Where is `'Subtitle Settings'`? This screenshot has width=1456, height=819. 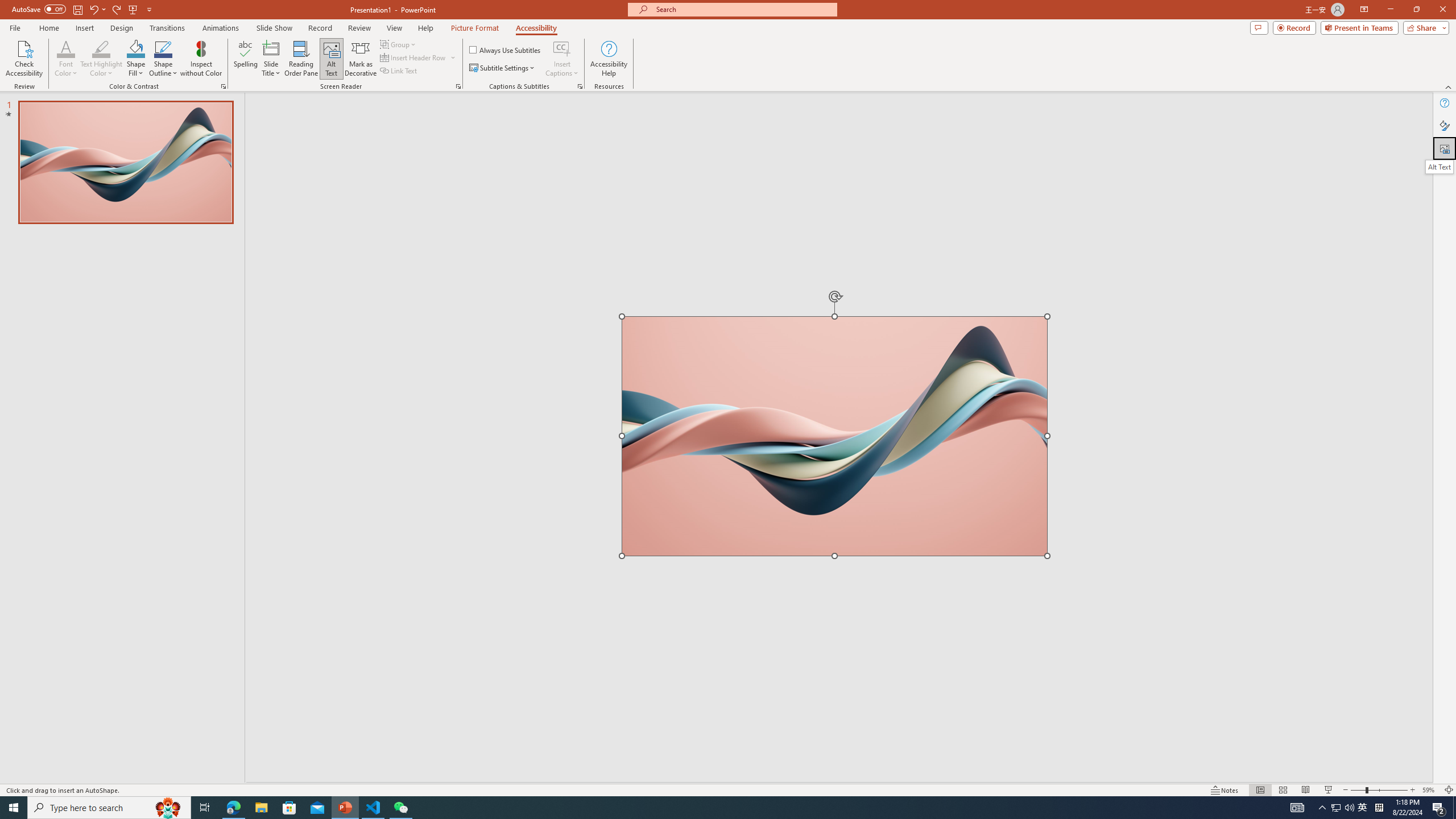 'Subtitle Settings' is located at coordinates (503, 67).